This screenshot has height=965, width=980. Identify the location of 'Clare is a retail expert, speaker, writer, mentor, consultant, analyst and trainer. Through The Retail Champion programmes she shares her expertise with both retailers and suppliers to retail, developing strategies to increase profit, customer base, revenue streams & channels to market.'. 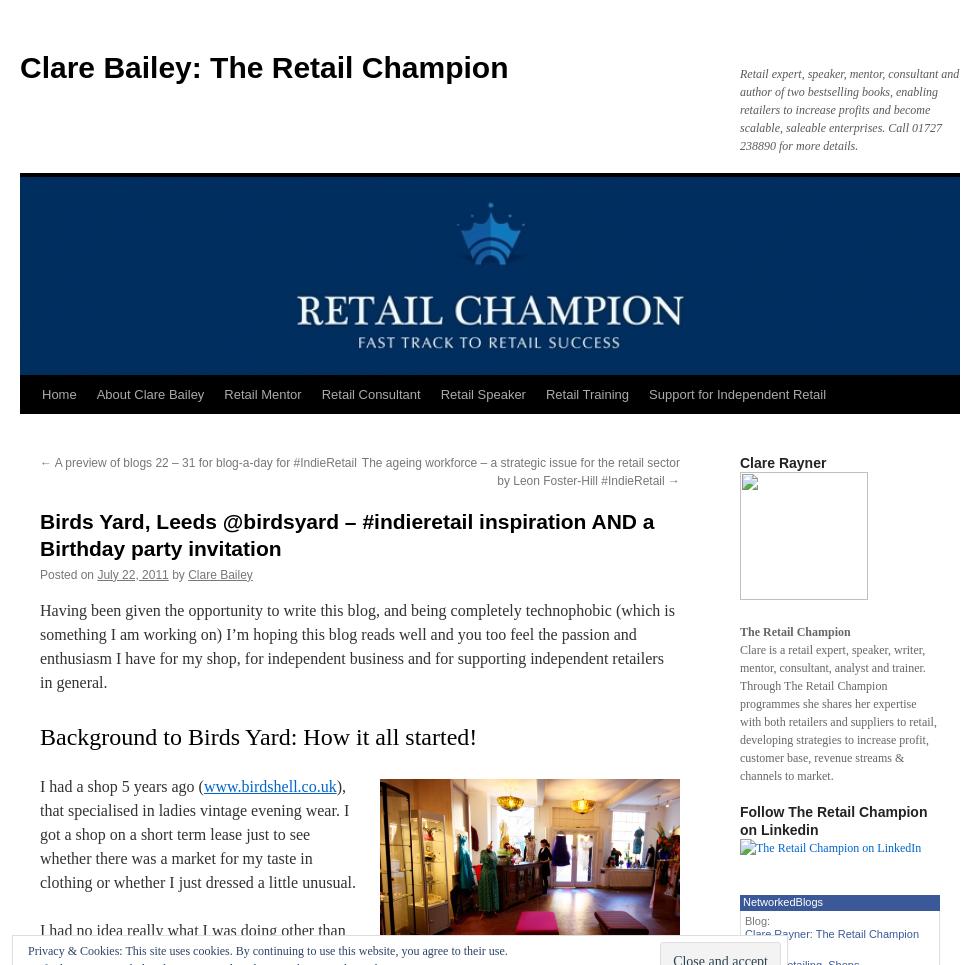
(837, 713).